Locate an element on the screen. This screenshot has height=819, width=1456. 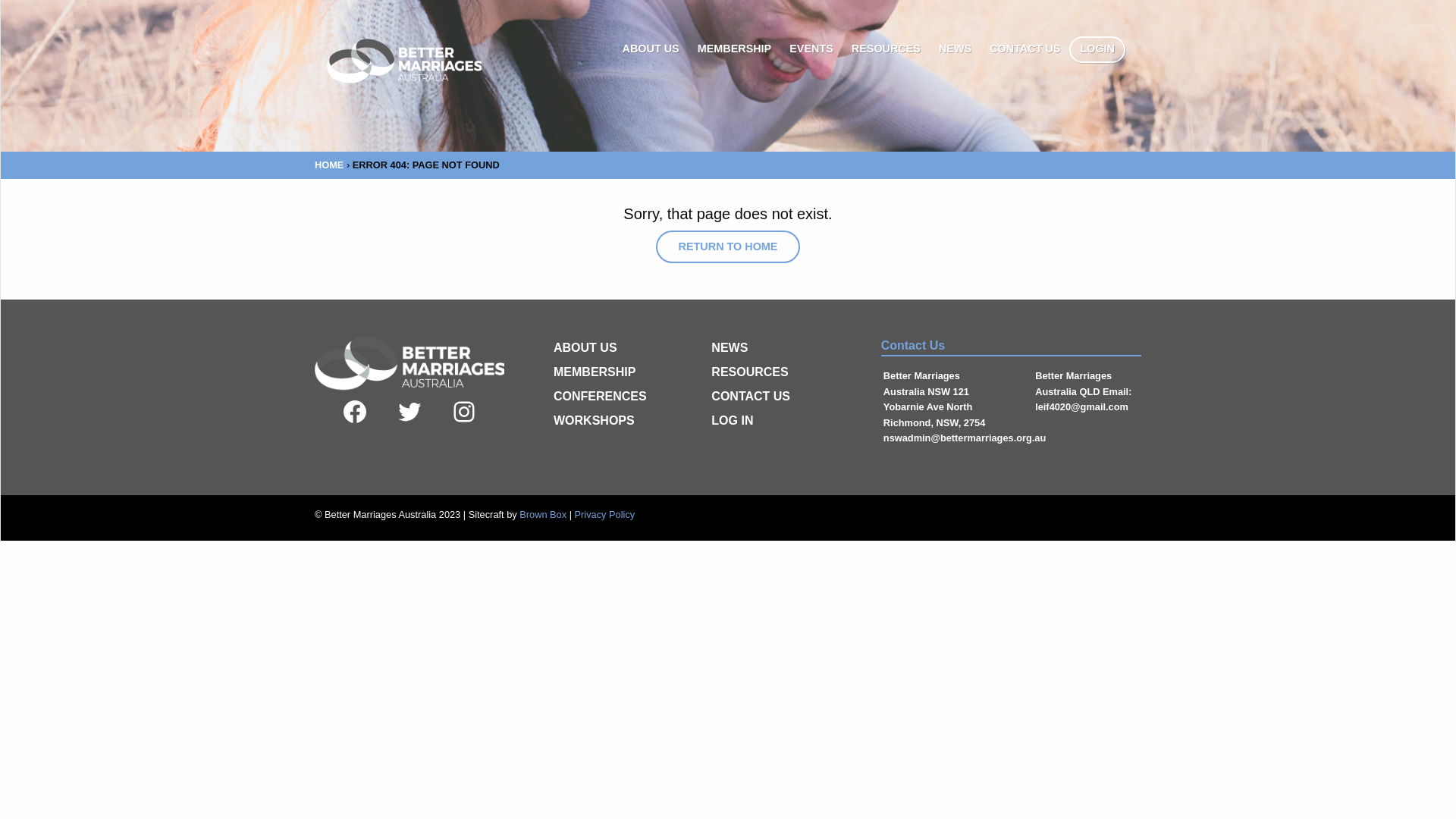
'RETURN TO HOME' is located at coordinates (728, 245).